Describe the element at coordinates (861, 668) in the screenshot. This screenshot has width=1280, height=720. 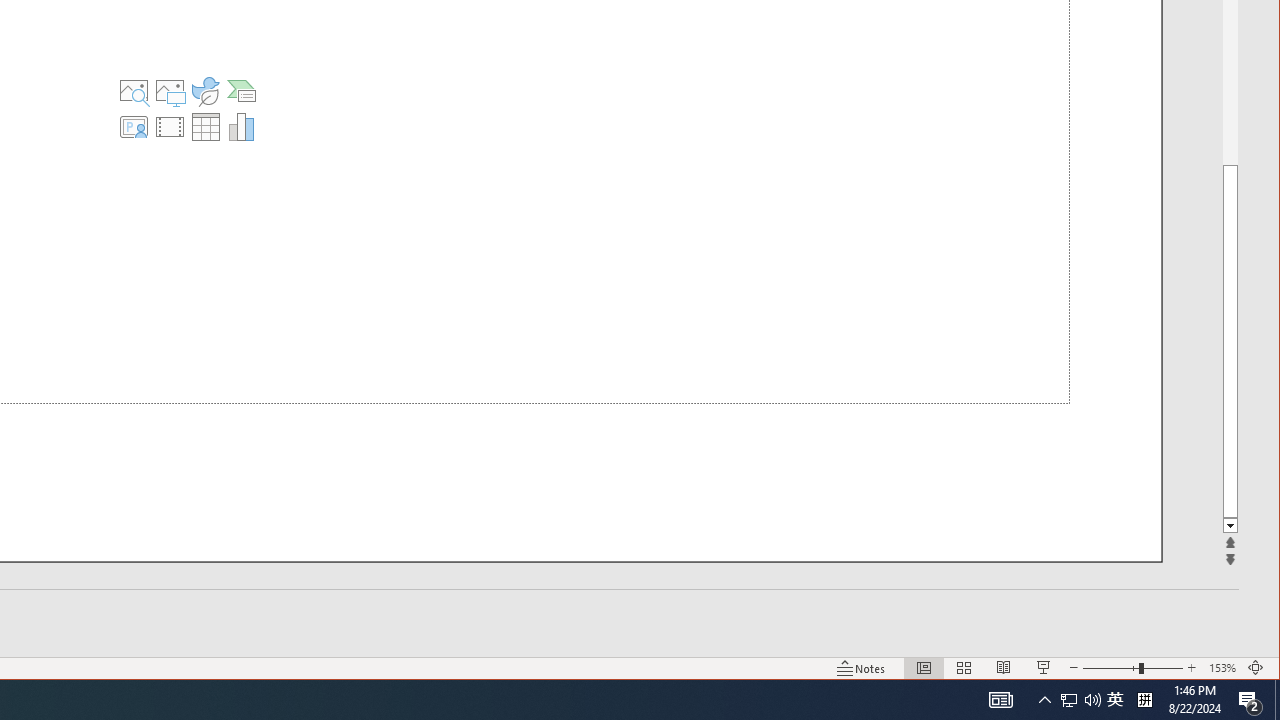
I see `'Notes '` at that location.